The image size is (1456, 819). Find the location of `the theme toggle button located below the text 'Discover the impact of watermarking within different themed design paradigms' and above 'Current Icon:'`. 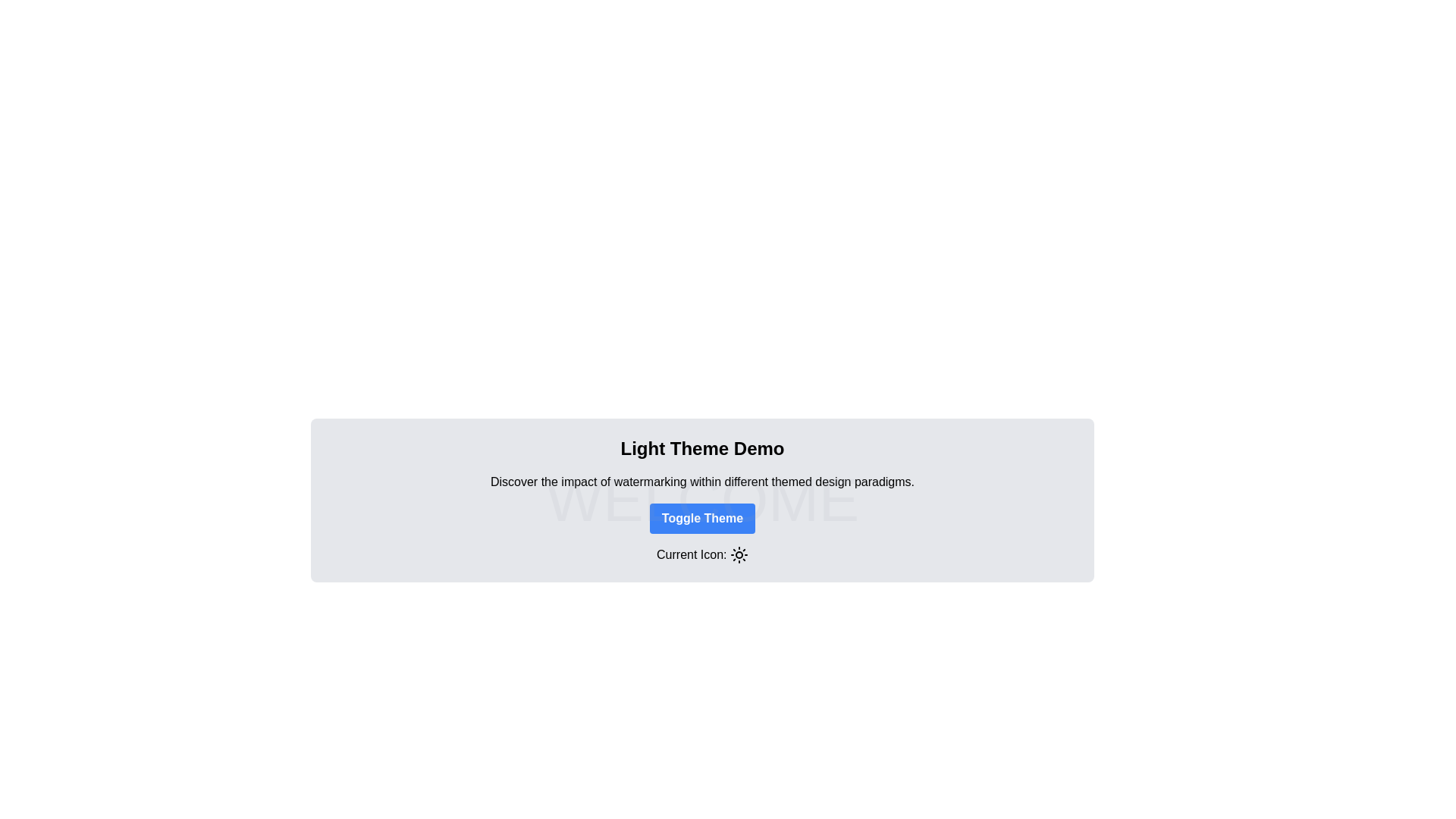

the theme toggle button located below the text 'Discover the impact of watermarking within different themed design paradigms' and above 'Current Icon:' is located at coordinates (701, 517).